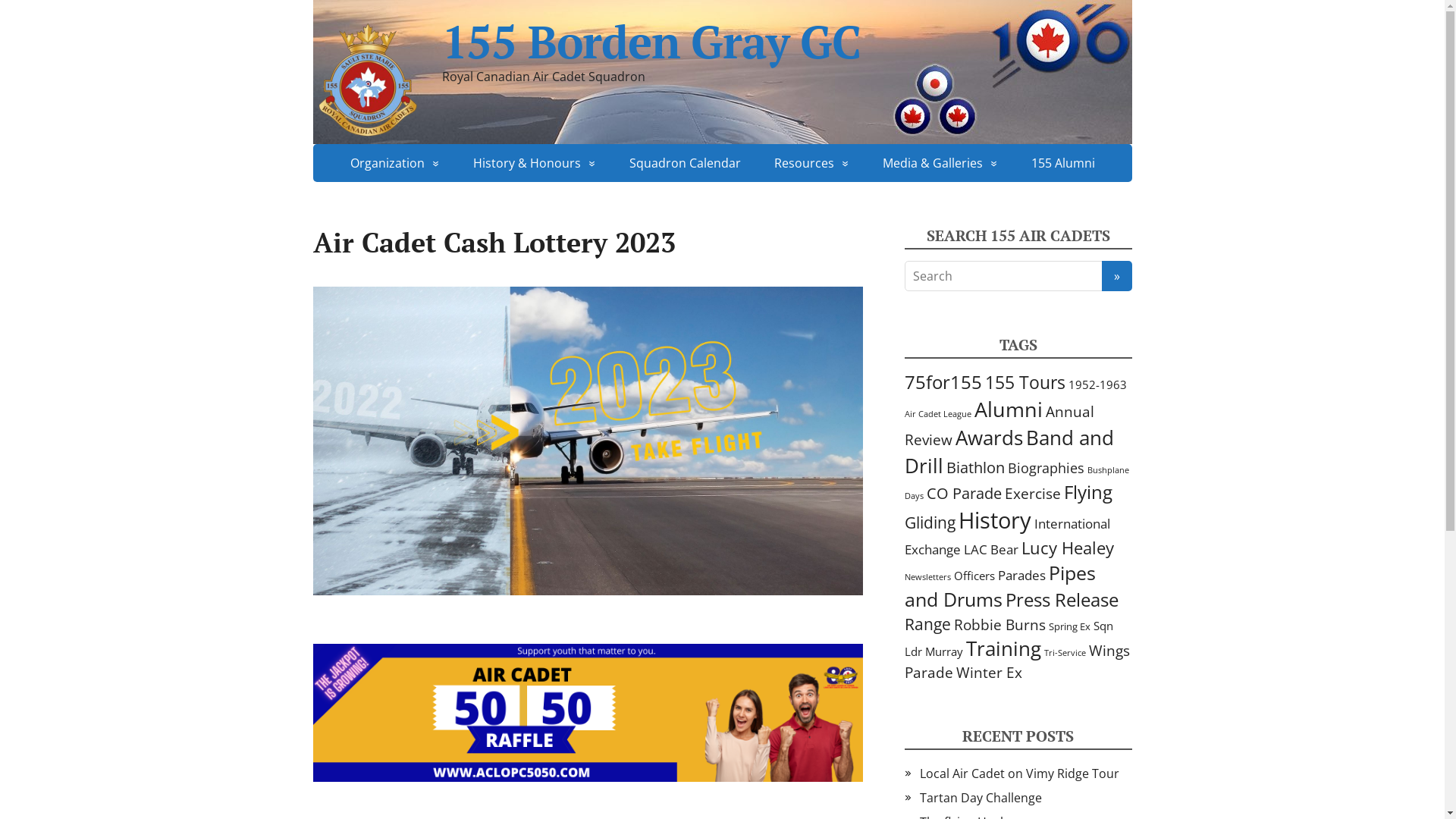 Image resolution: width=1456 pixels, height=819 pixels. What do you see at coordinates (1066, 383) in the screenshot?
I see `'1952-1963'` at bounding box center [1066, 383].